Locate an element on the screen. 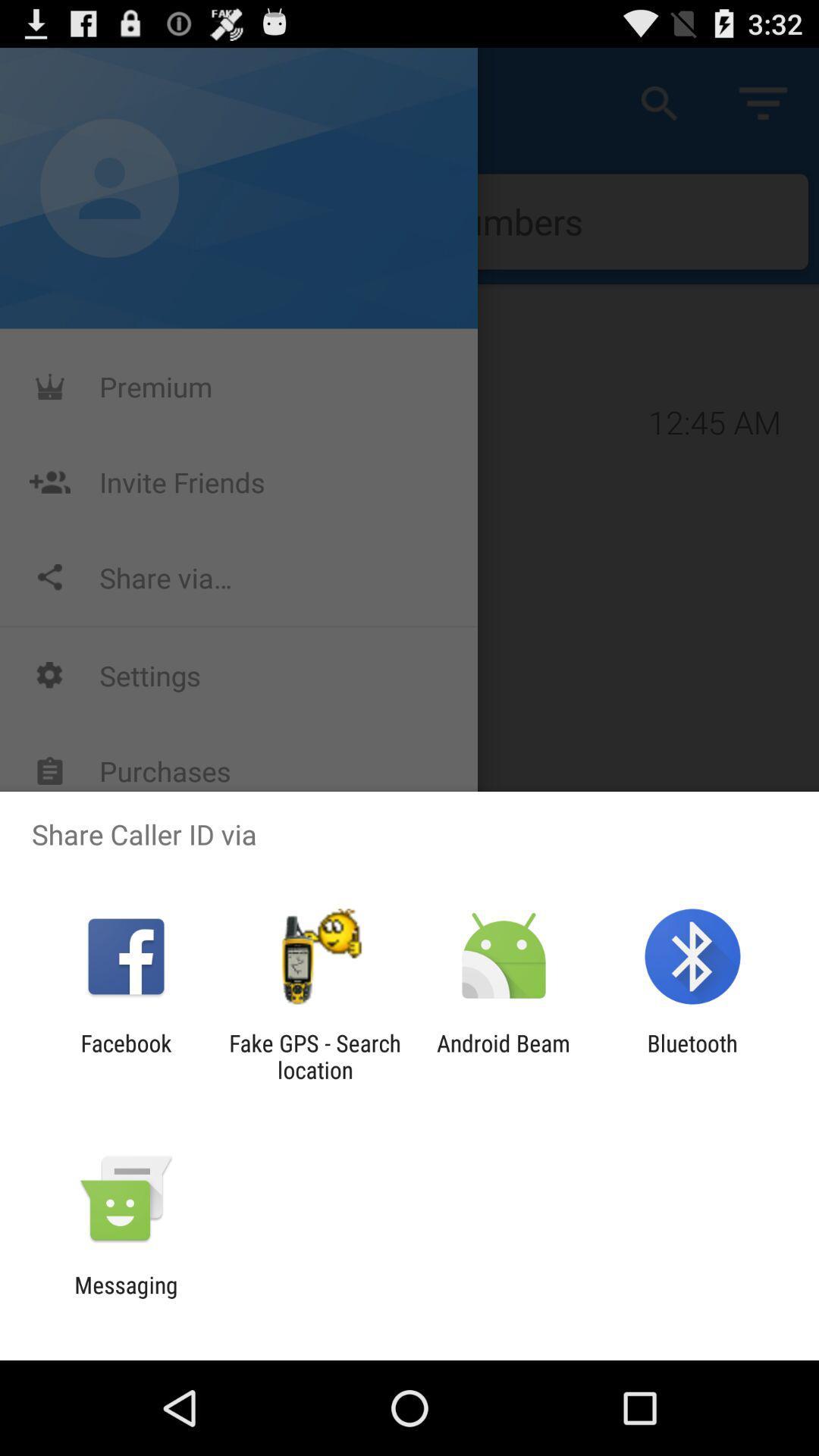 The image size is (819, 1456). the icon next to the facebook icon is located at coordinates (314, 1056).